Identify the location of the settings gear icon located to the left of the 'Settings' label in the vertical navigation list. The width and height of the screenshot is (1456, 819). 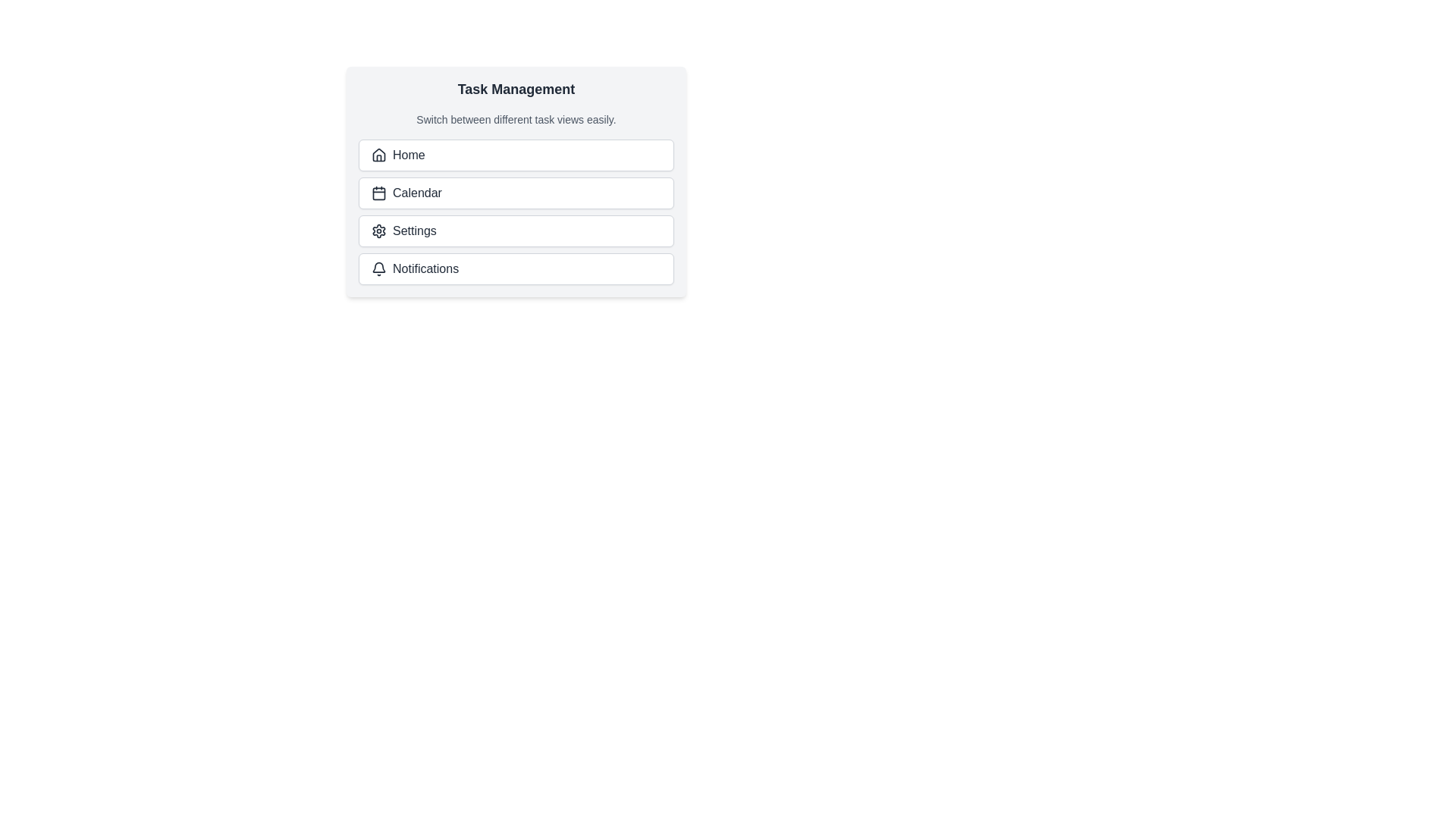
(378, 231).